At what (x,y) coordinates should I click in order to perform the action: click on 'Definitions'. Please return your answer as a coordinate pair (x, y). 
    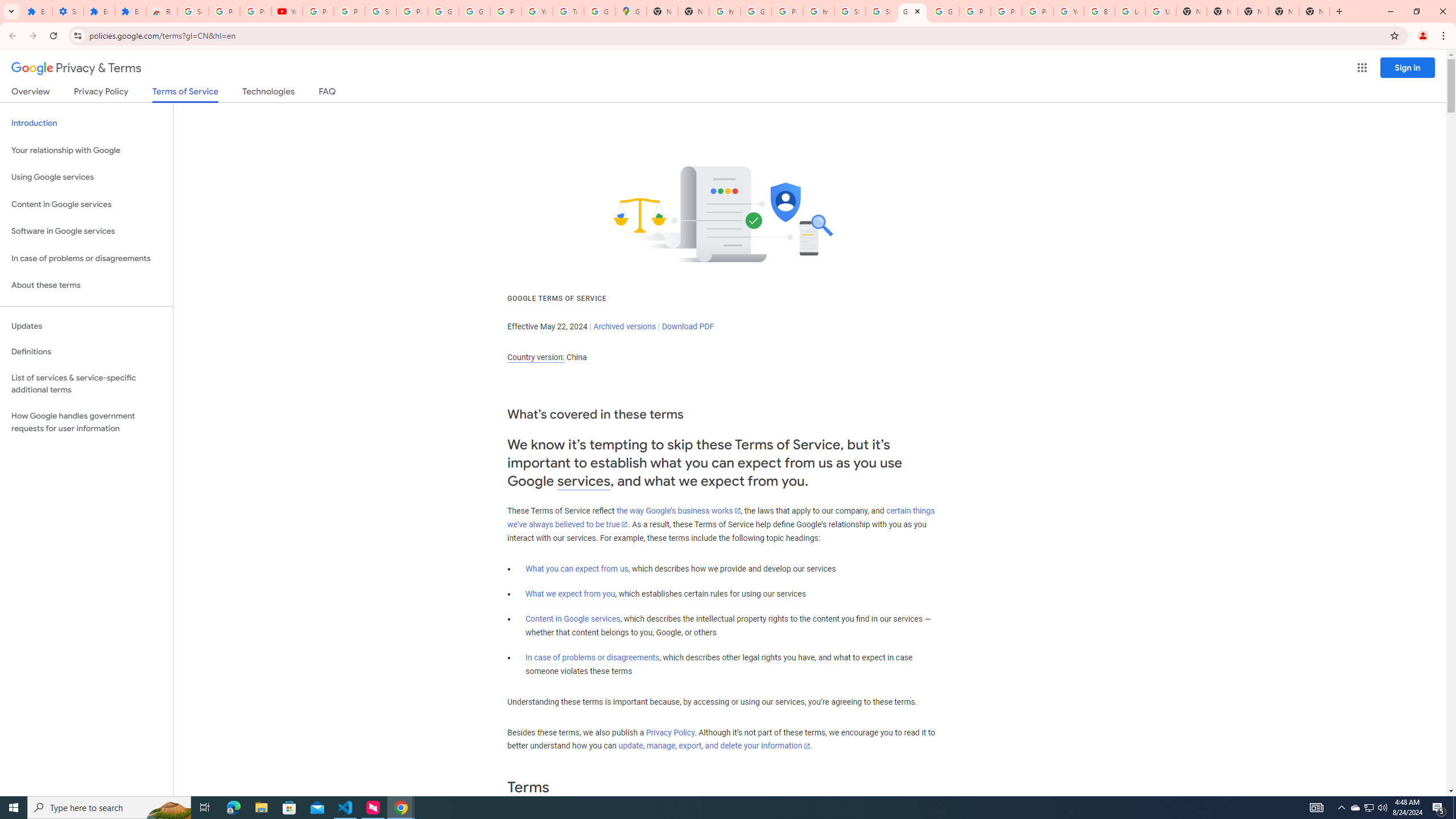
    Looking at the image, I should click on (86, 351).